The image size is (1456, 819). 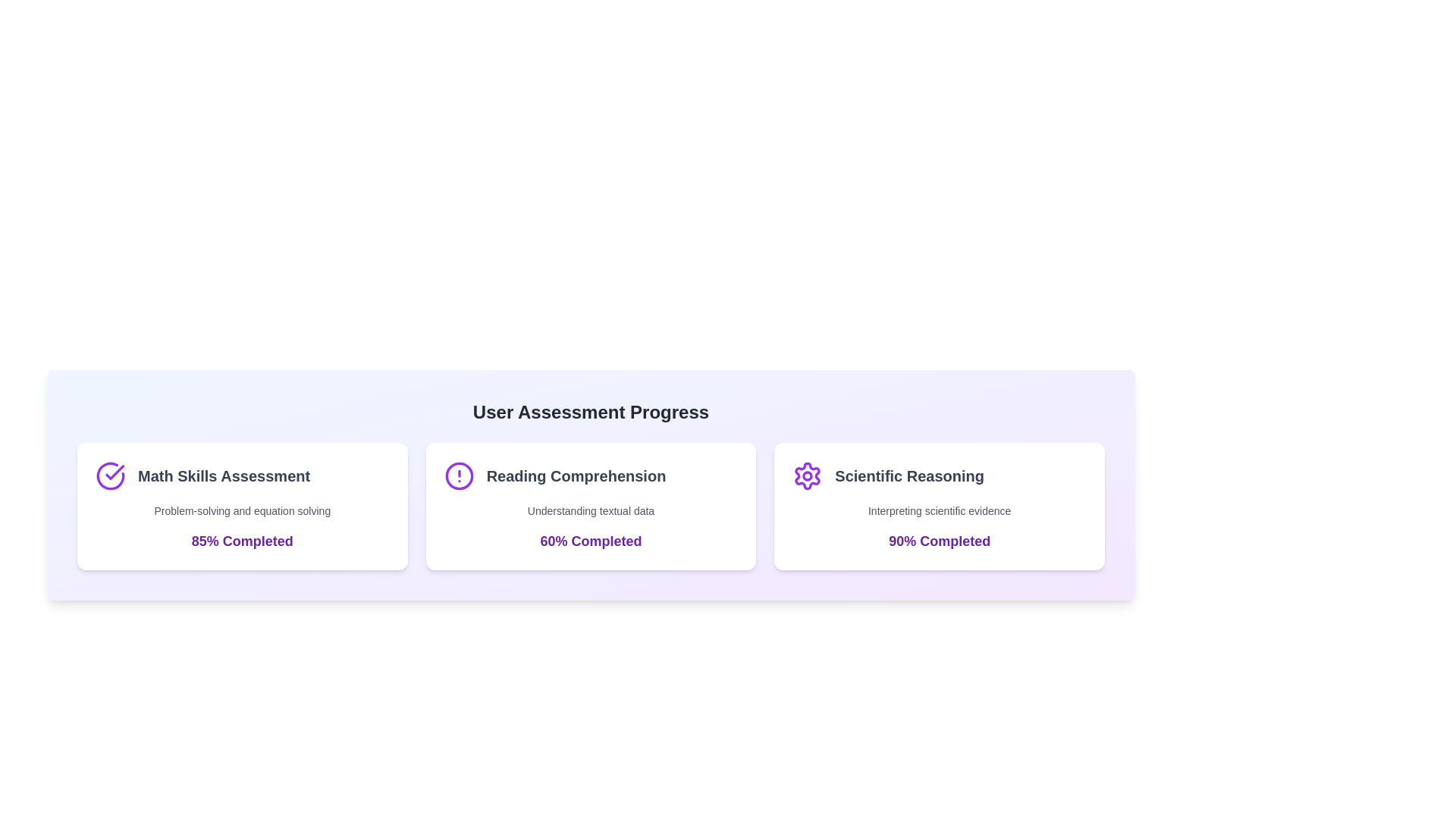 I want to click on label text of the Header with Icon that displays 'Reading Comprehension' next to a purple circular icon with an exclamation mark, so click(x=590, y=475).